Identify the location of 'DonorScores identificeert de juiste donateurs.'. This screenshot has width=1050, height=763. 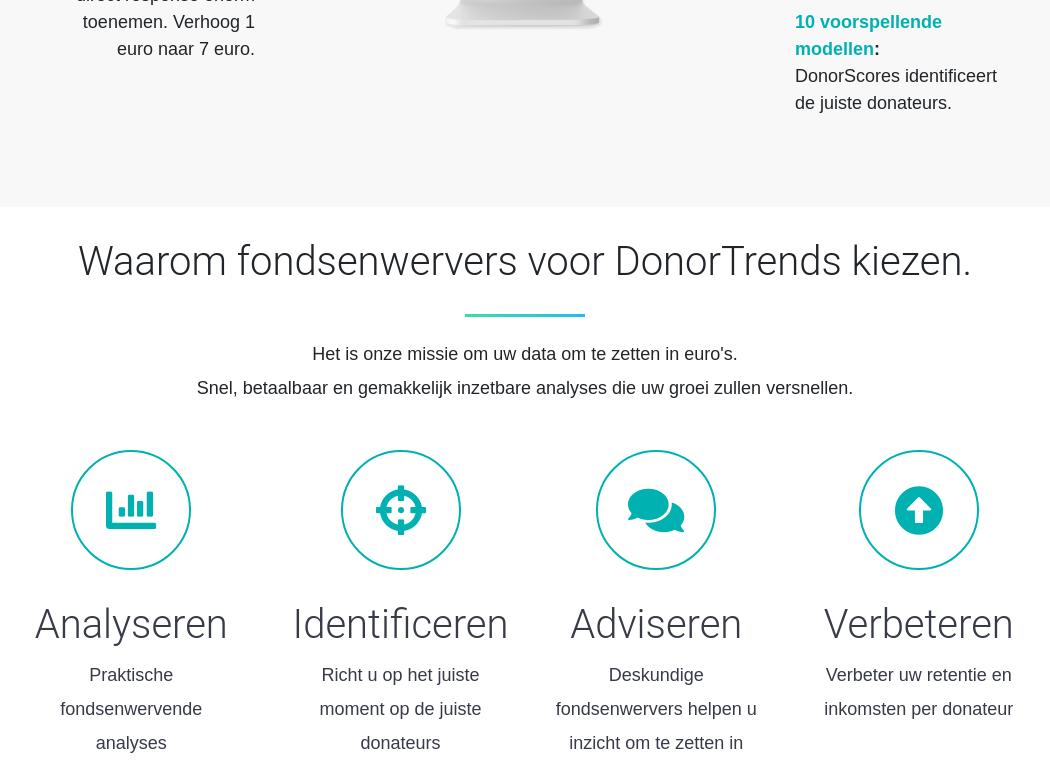
(894, 89).